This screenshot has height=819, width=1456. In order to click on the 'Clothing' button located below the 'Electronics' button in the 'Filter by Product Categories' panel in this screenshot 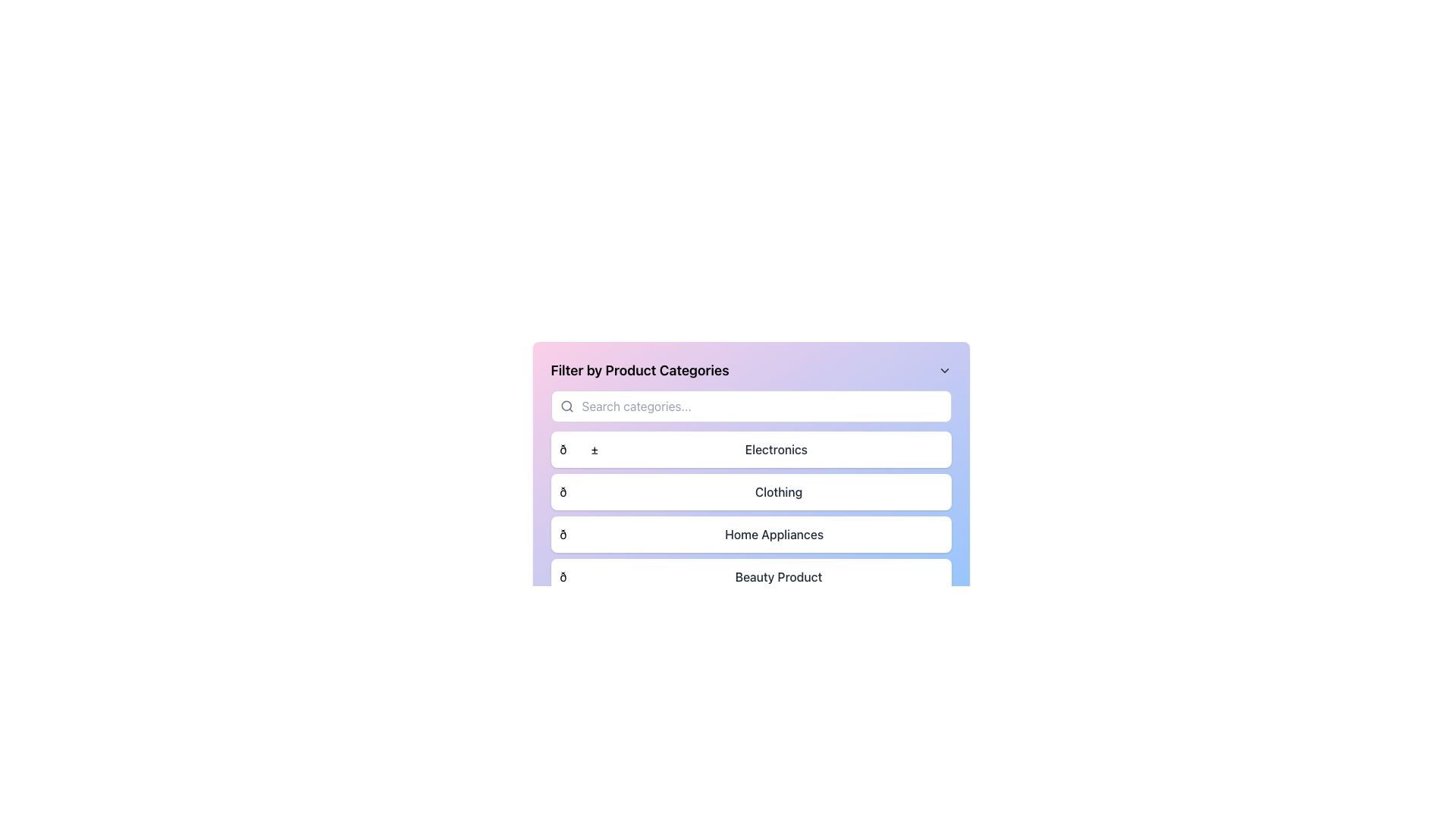, I will do `click(751, 476)`.